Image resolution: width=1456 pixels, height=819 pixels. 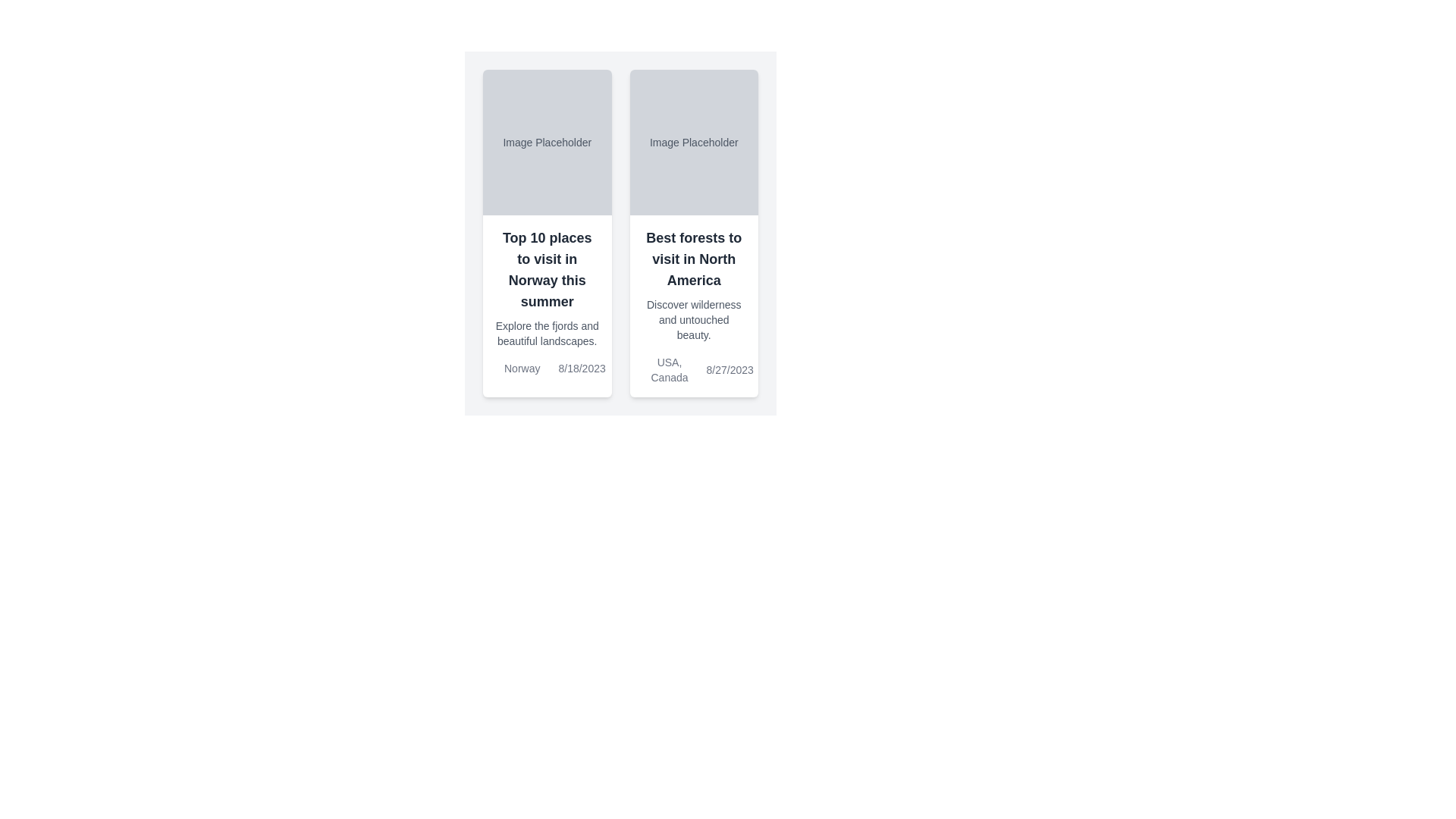 What do you see at coordinates (546, 369) in the screenshot?
I see `metadata information displayed in the text area located in the lower section of the left card titled 'Top 10 places to visit in Norway this summer'` at bounding box center [546, 369].